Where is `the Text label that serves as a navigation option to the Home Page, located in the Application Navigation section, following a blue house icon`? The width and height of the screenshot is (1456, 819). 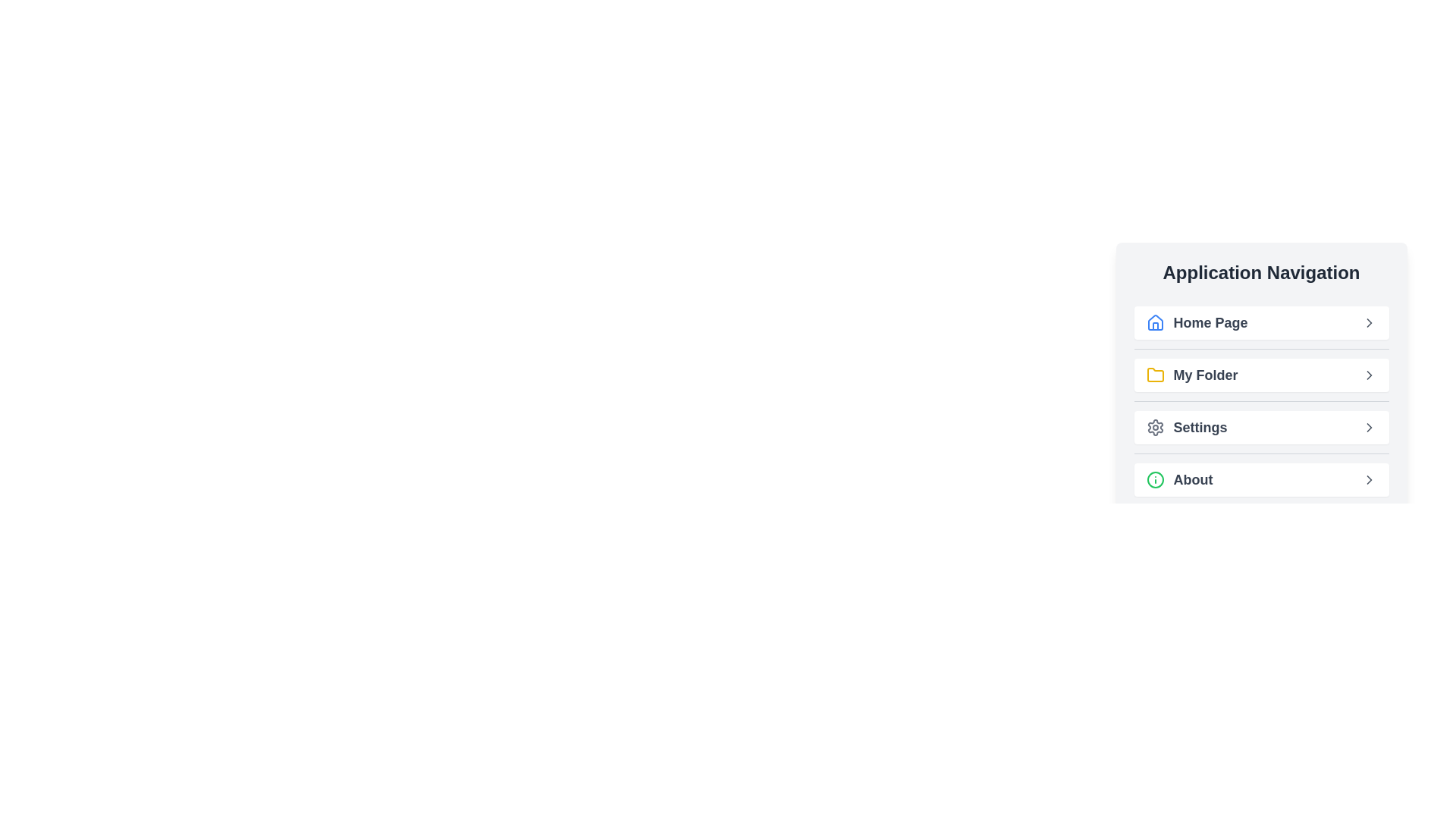 the Text label that serves as a navigation option to the Home Page, located in the Application Navigation section, following a blue house icon is located at coordinates (1210, 322).